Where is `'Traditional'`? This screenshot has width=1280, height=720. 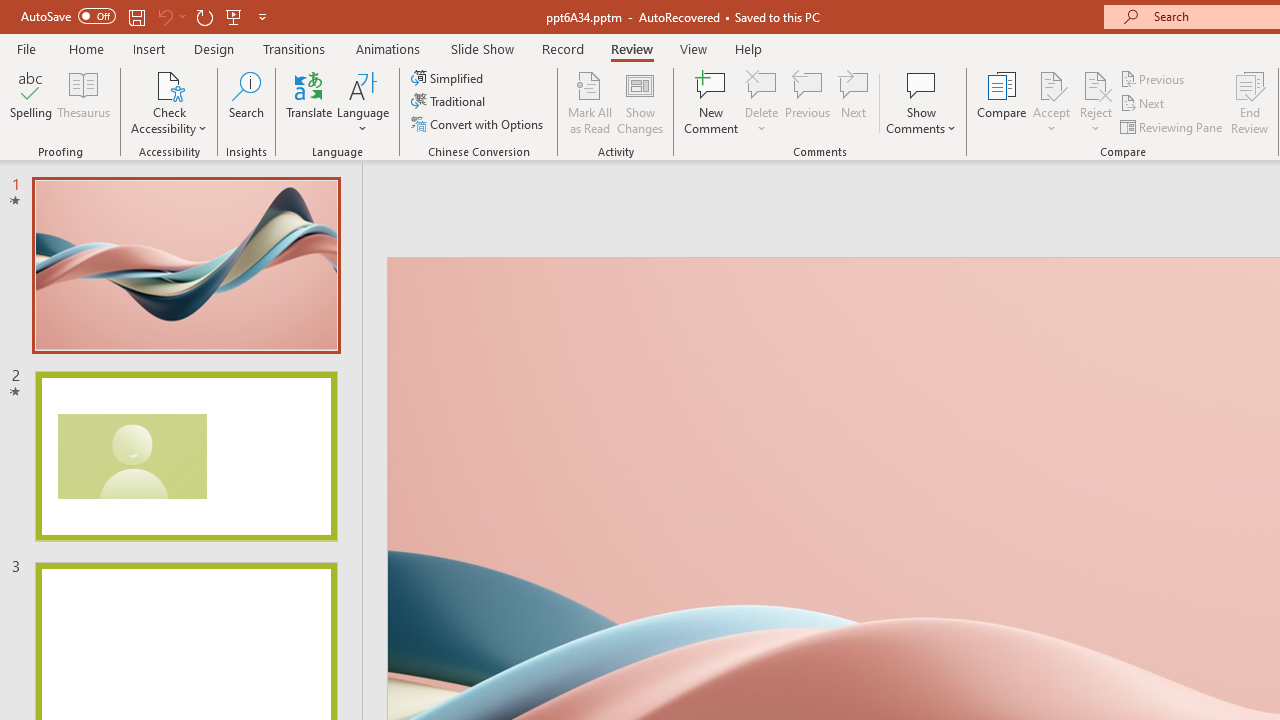 'Traditional' is located at coordinates (448, 101).